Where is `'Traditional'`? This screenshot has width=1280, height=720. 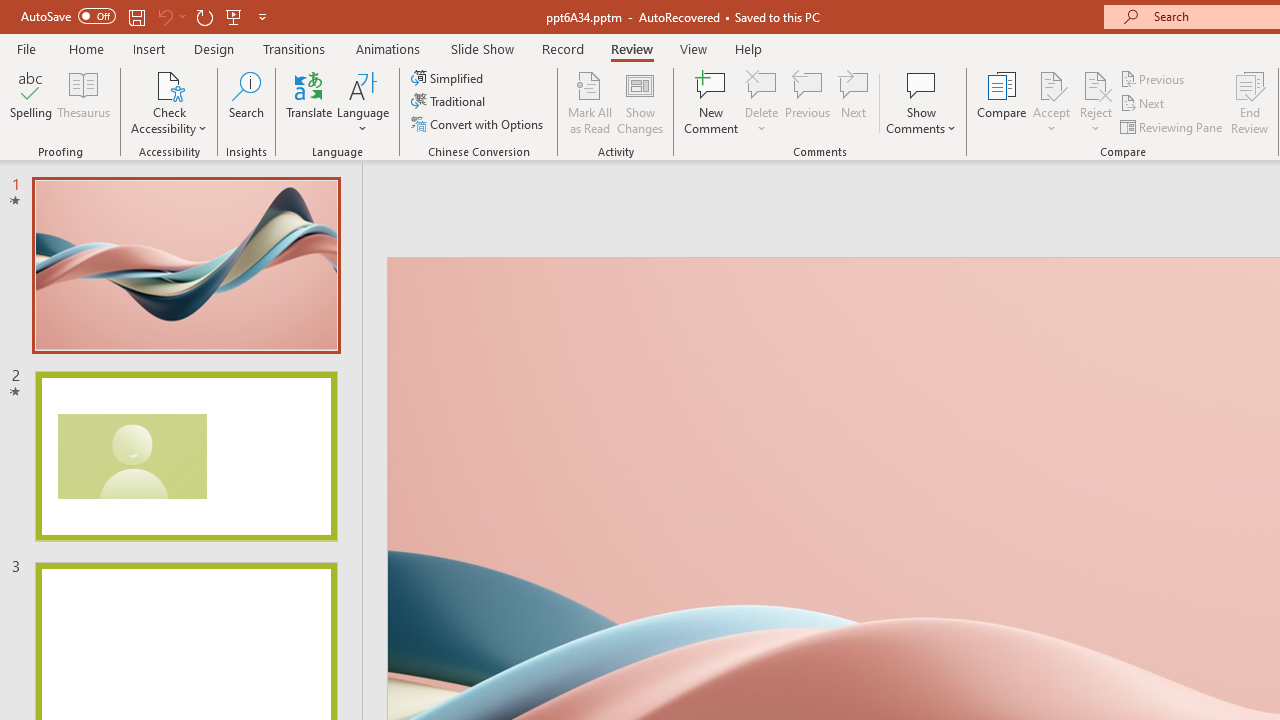 'Traditional' is located at coordinates (448, 101).